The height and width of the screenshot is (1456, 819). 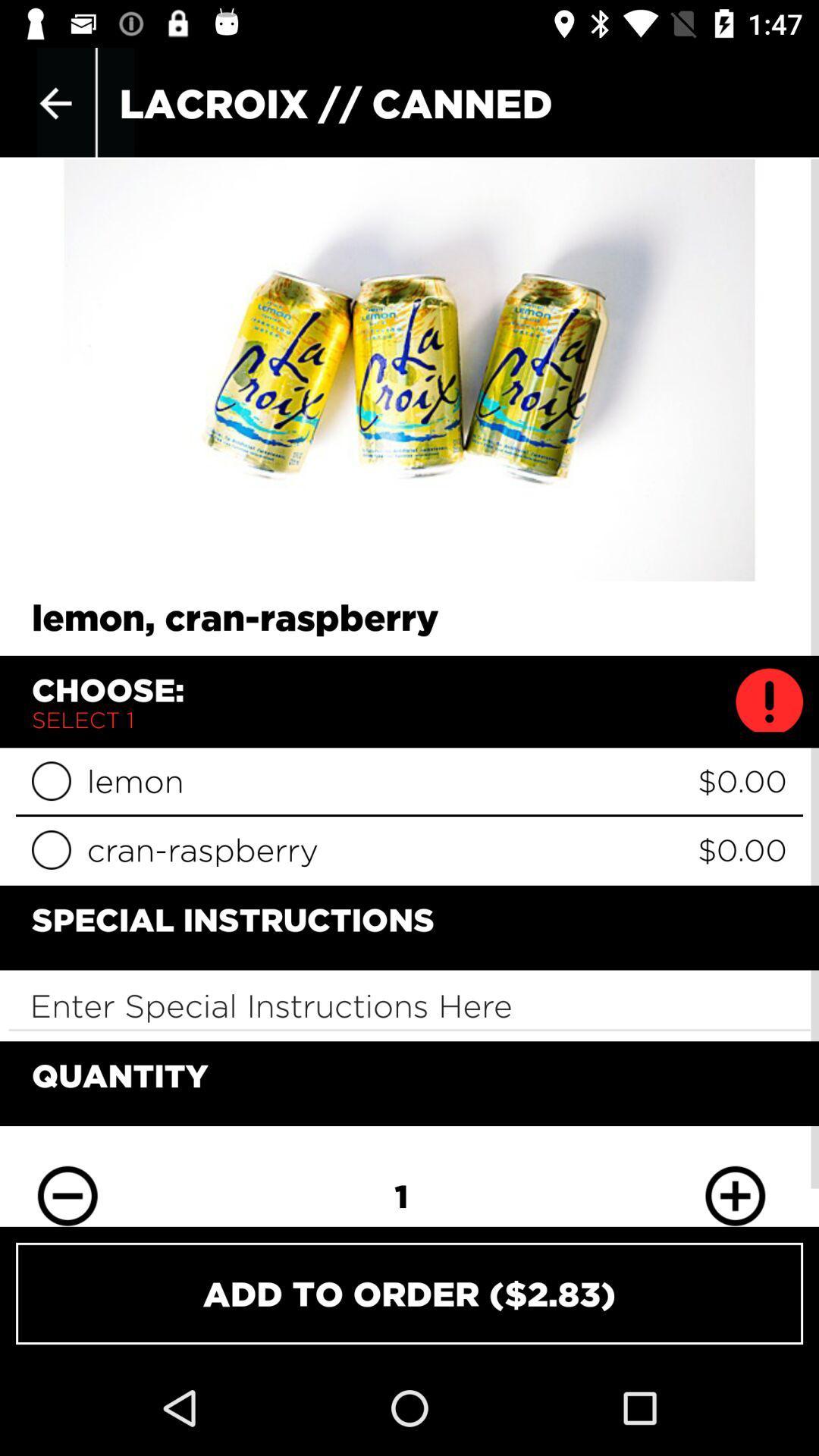 I want to click on the item at the top left corner, so click(x=55, y=102).